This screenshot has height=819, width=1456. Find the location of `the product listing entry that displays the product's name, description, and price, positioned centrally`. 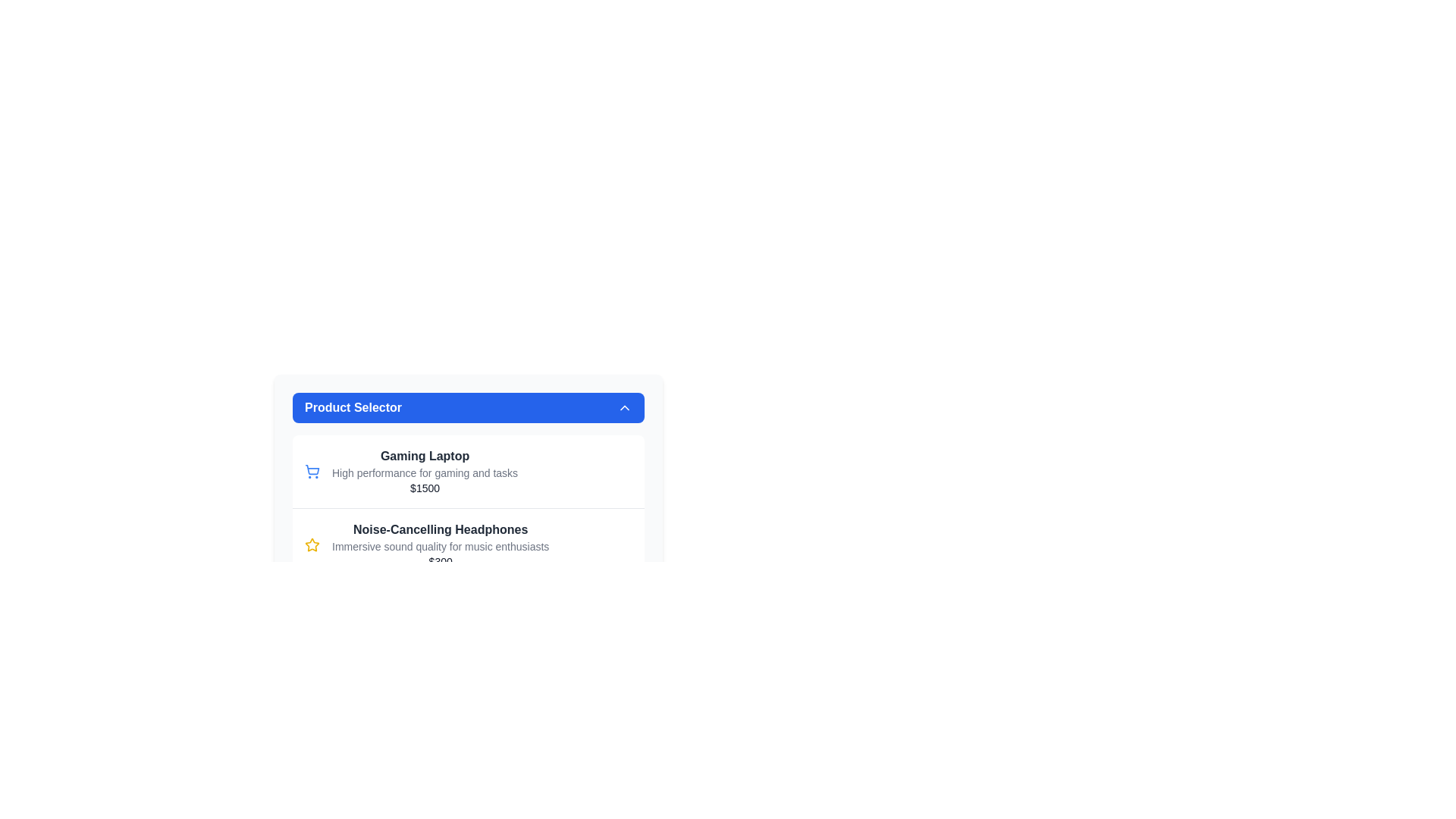

the product listing entry that displays the product's name, description, and price, positioned centrally is located at coordinates (440, 544).